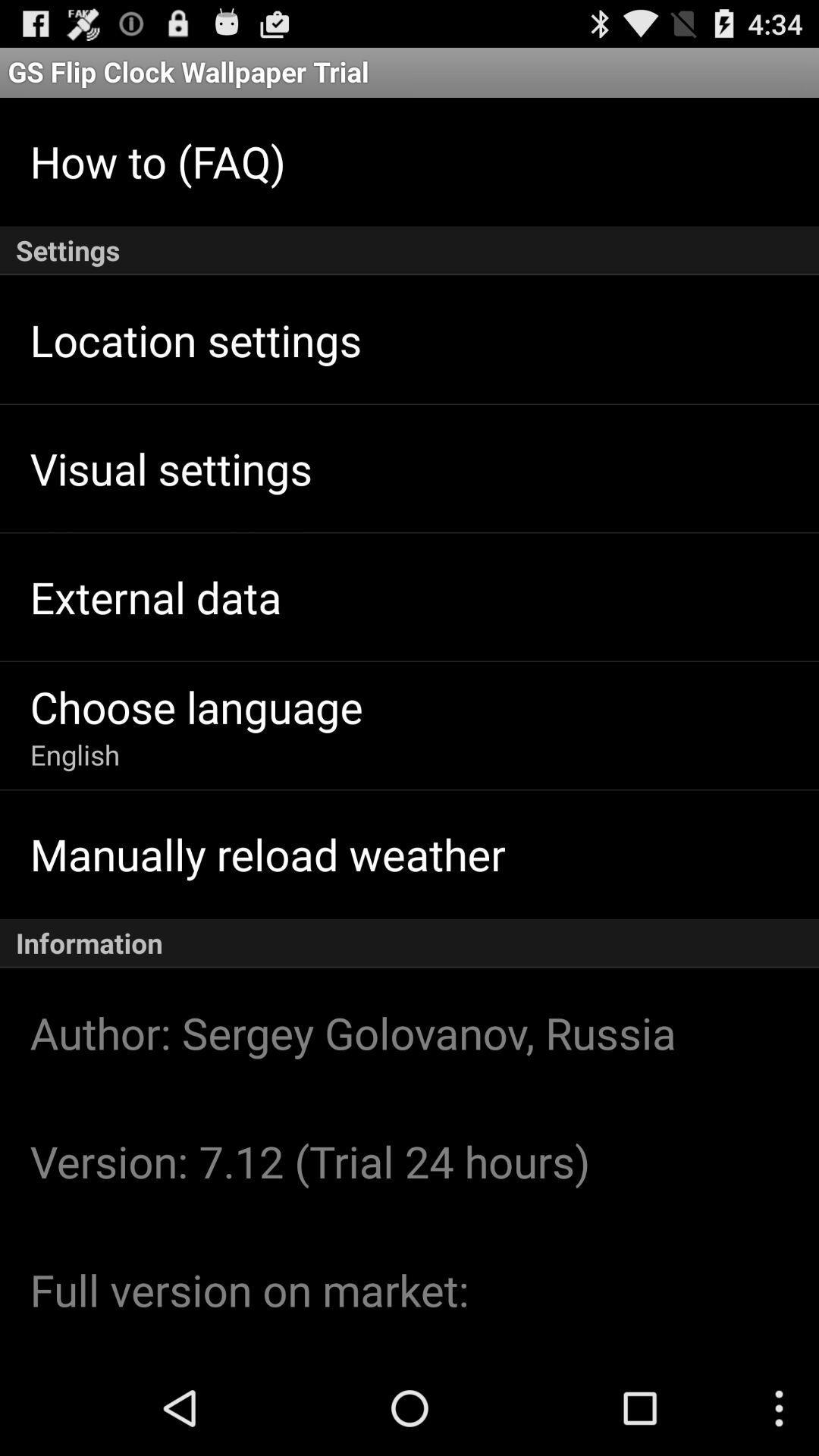 The image size is (819, 1456). What do you see at coordinates (195, 339) in the screenshot?
I see `the item below settings icon` at bounding box center [195, 339].